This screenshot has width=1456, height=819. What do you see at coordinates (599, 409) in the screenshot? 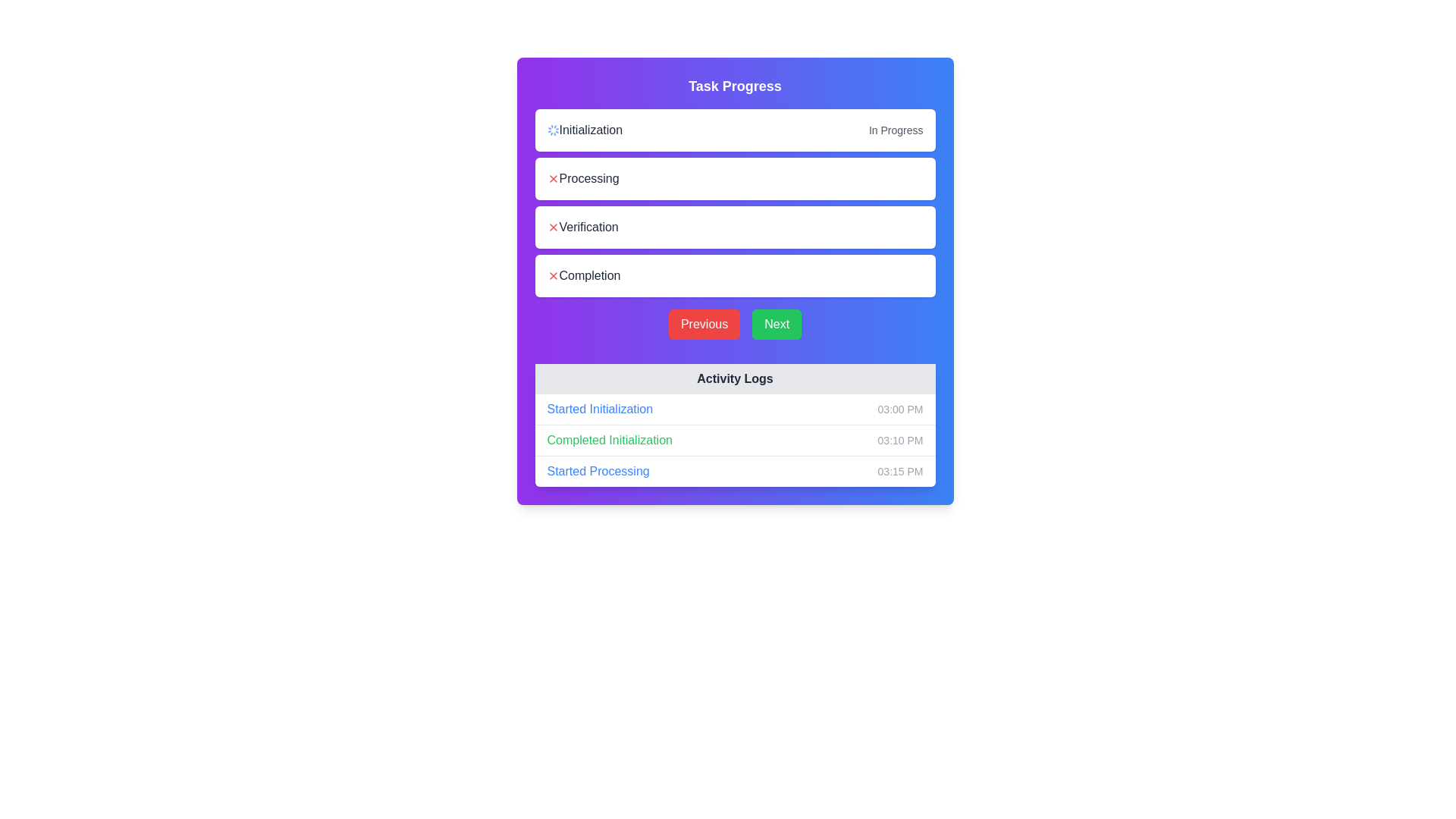
I see `the Text label in the Activity Logs section, which indicates the initiation of a specific process or task and is the first item in the list of logs` at bounding box center [599, 409].